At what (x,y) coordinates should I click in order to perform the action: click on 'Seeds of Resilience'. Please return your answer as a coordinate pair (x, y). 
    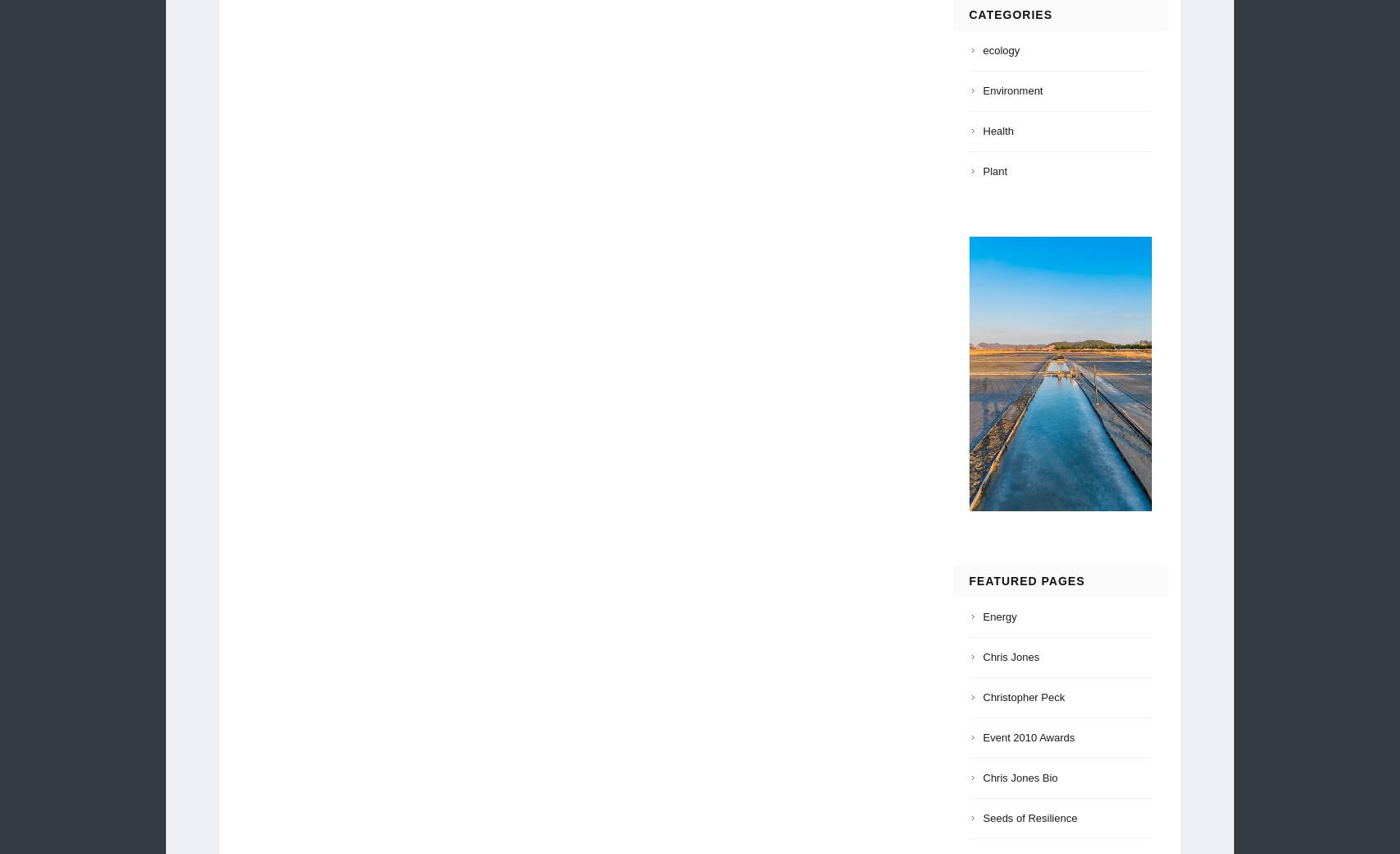
    Looking at the image, I should click on (1029, 817).